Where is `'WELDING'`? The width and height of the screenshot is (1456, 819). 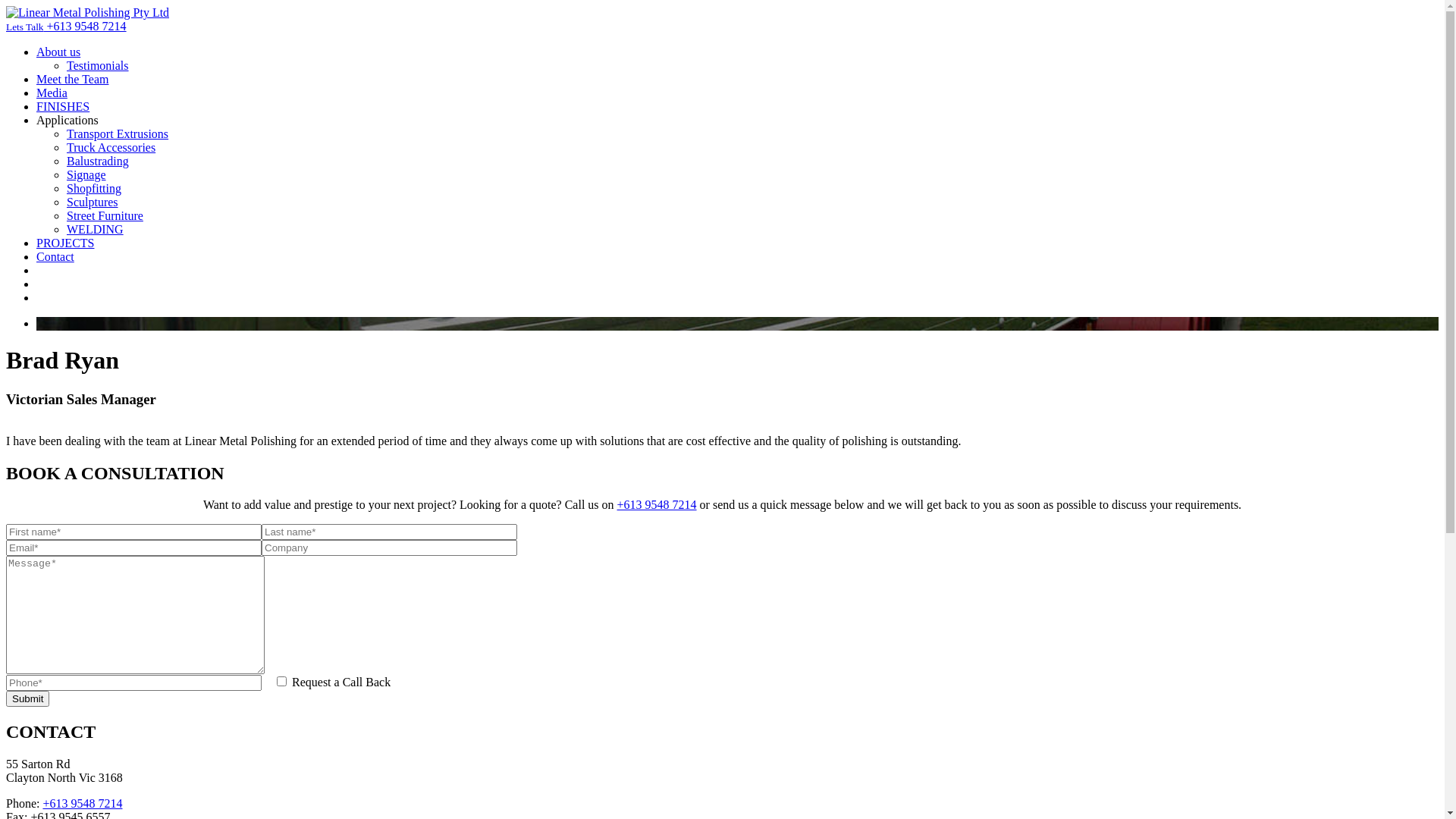
'WELDING' is located at coordinates (65, 229).